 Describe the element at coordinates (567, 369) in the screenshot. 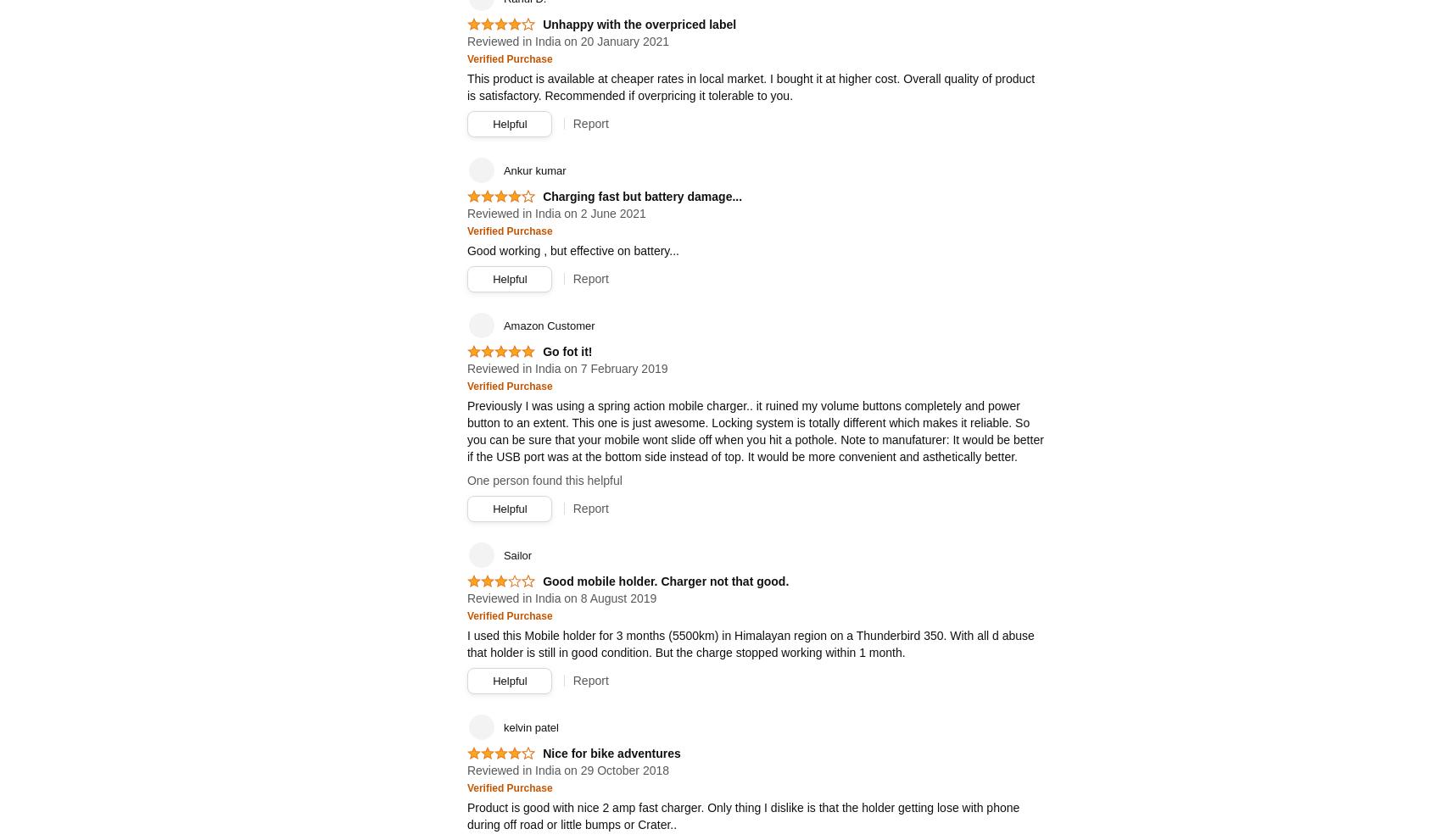

I see `'Reviewed in India on 7 February 2019'` at that location.